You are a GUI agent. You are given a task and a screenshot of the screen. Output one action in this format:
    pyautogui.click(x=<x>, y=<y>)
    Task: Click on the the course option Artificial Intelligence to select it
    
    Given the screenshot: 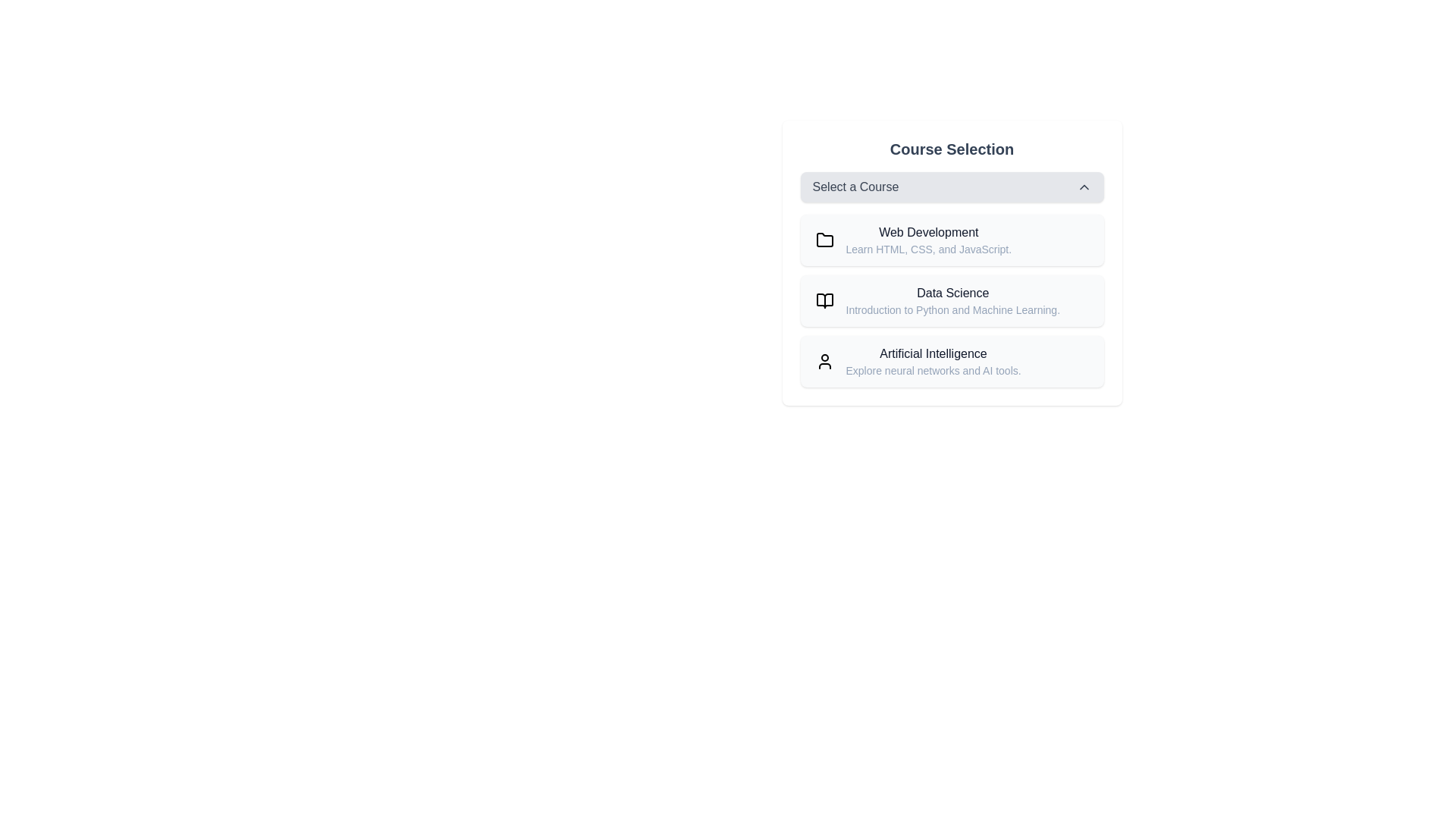 What is the action you would take?
    pyautogui.click(x=951, y=362)
    